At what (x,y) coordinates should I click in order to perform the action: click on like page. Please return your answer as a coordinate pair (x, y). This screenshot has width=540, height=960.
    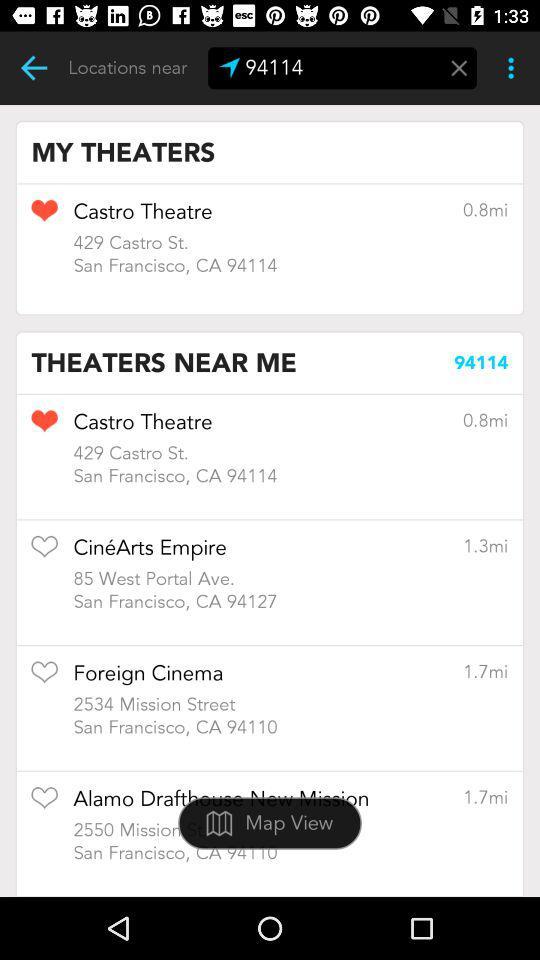
    Looking at the image, I should click on (44, 553).